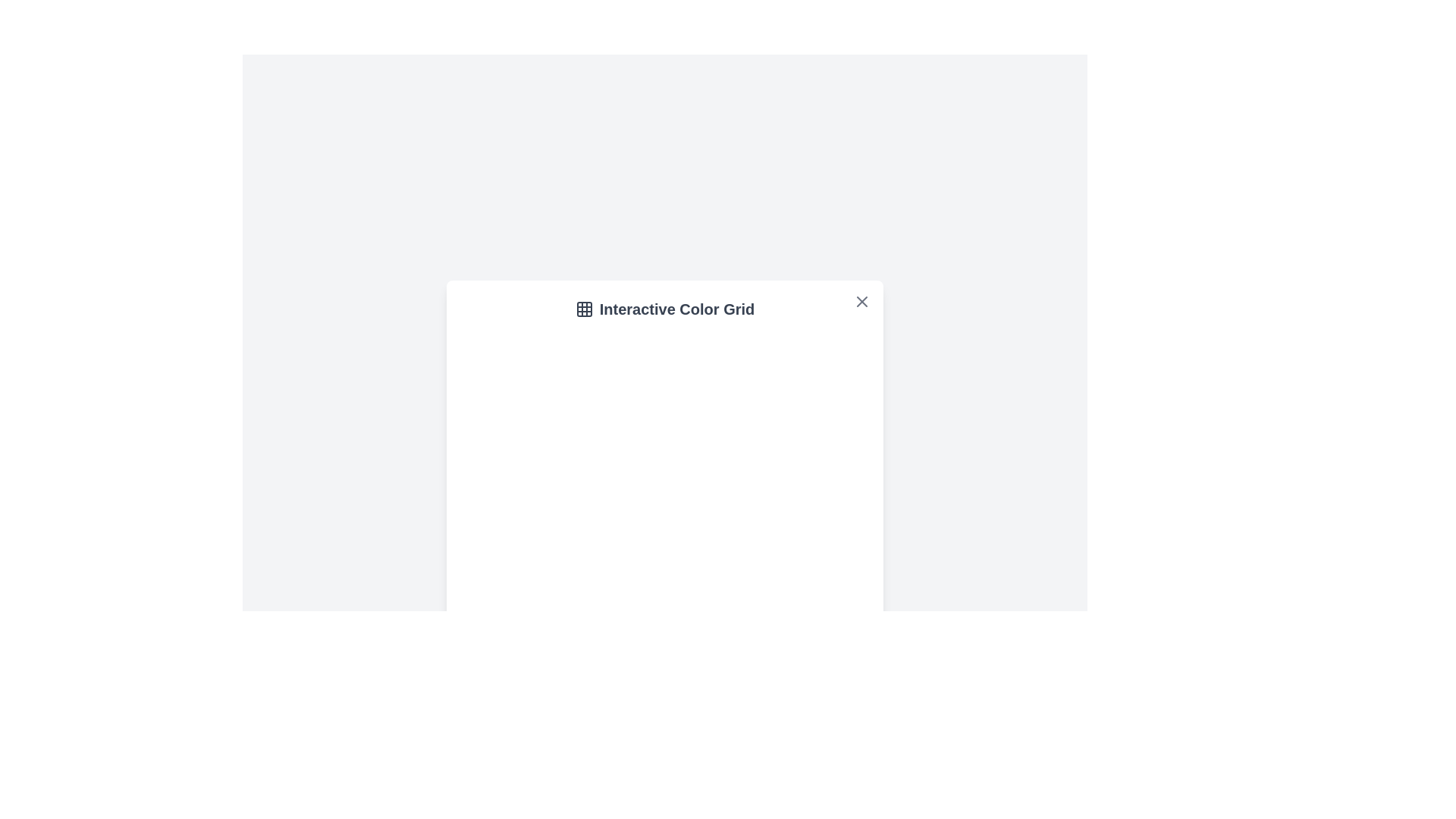  Describe the element at coordinates (583, 309) in the screenshot. I see `the icon next to the title of the dialog` at that location.